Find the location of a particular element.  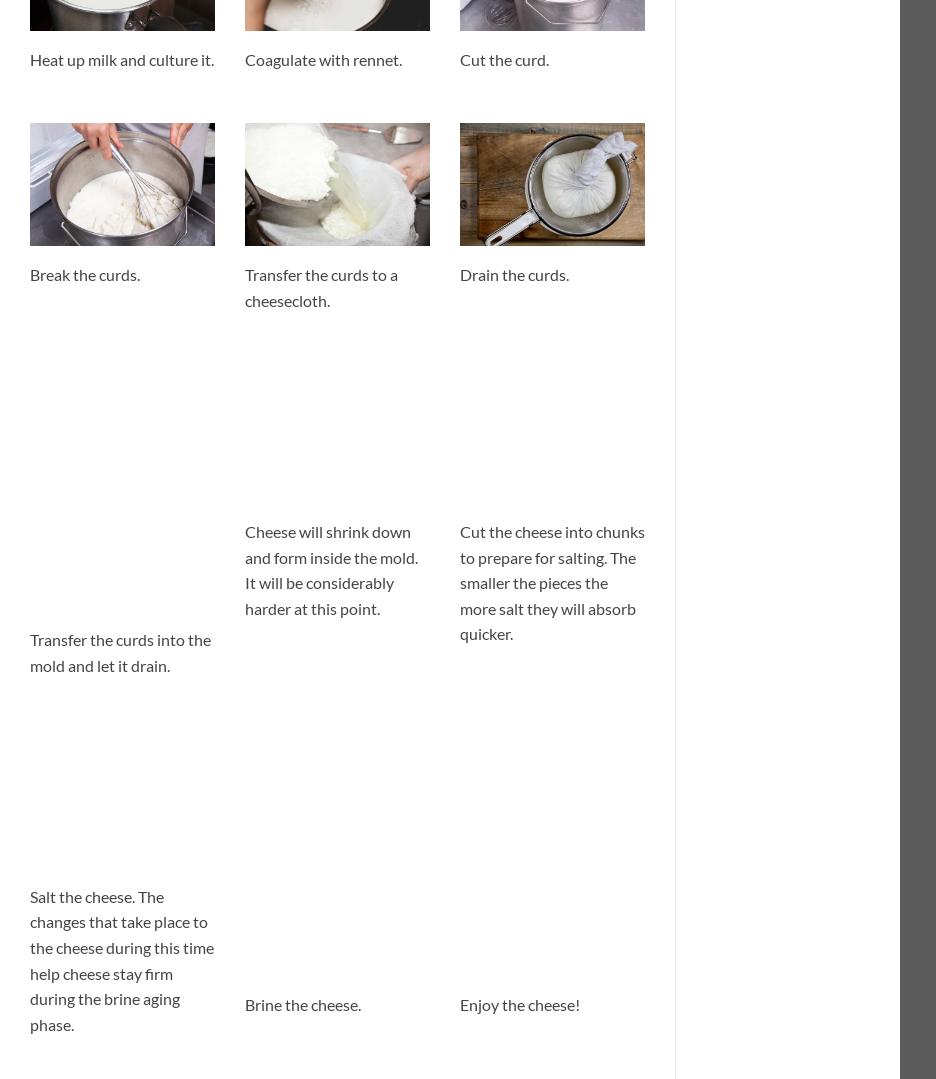

'Enjoy the cheese!' is located at coordinates (520, 1003).